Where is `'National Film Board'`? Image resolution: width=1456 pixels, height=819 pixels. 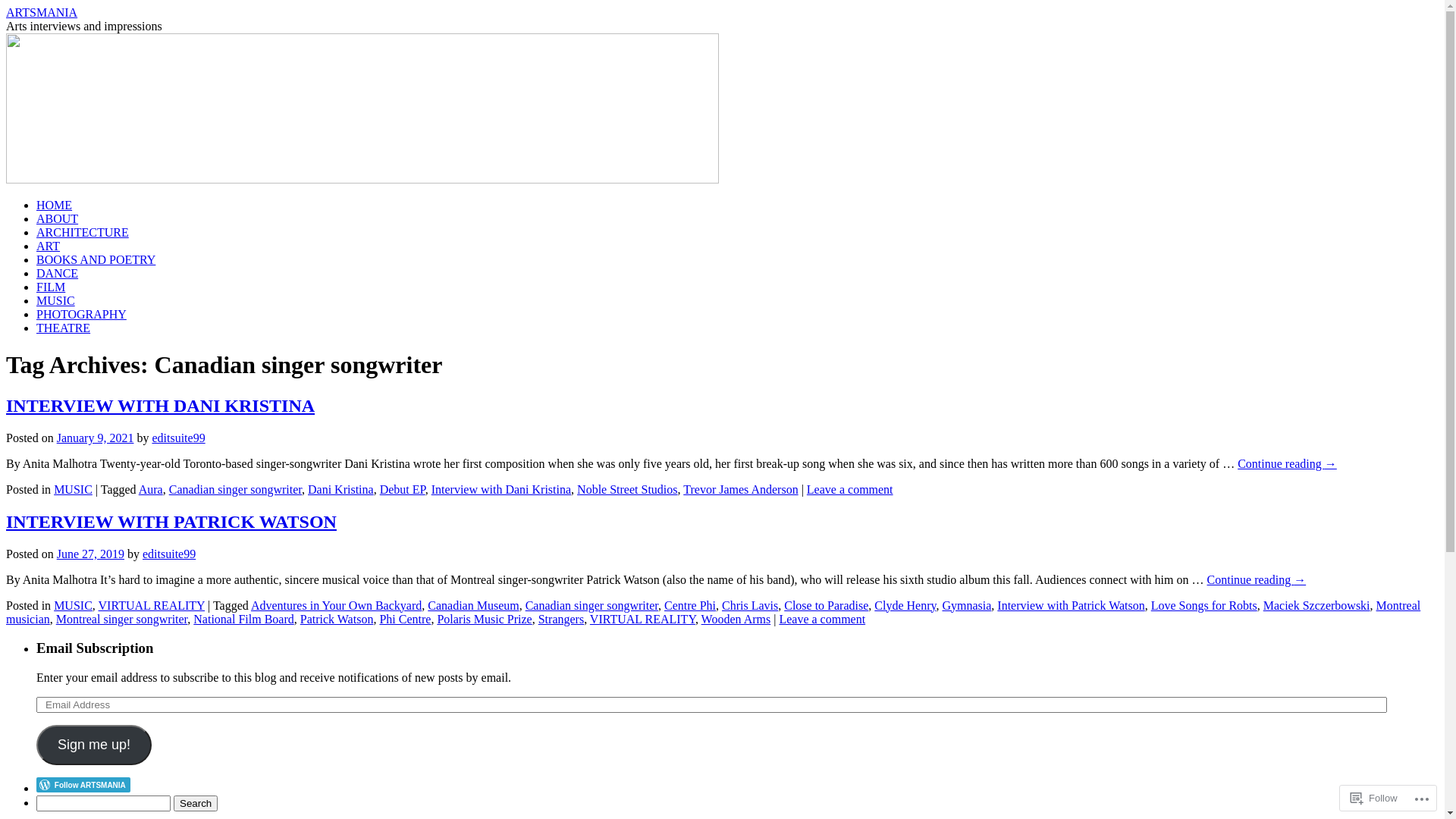 'National Film Board' is located at coordinates (243, 619).